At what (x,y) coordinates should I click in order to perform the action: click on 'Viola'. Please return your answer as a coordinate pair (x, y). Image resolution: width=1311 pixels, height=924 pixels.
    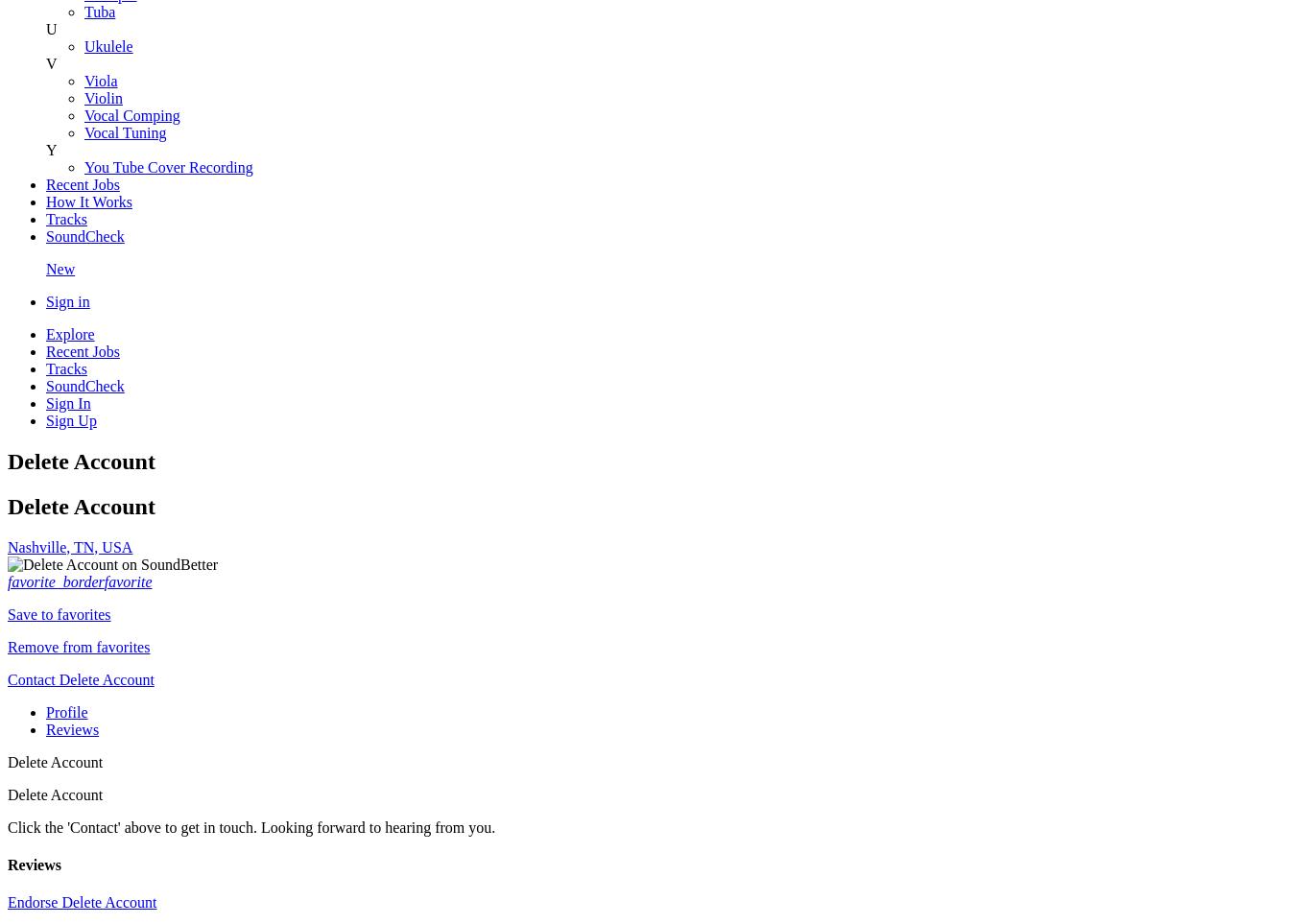
    Looking at the image, I should click on (101, 80).